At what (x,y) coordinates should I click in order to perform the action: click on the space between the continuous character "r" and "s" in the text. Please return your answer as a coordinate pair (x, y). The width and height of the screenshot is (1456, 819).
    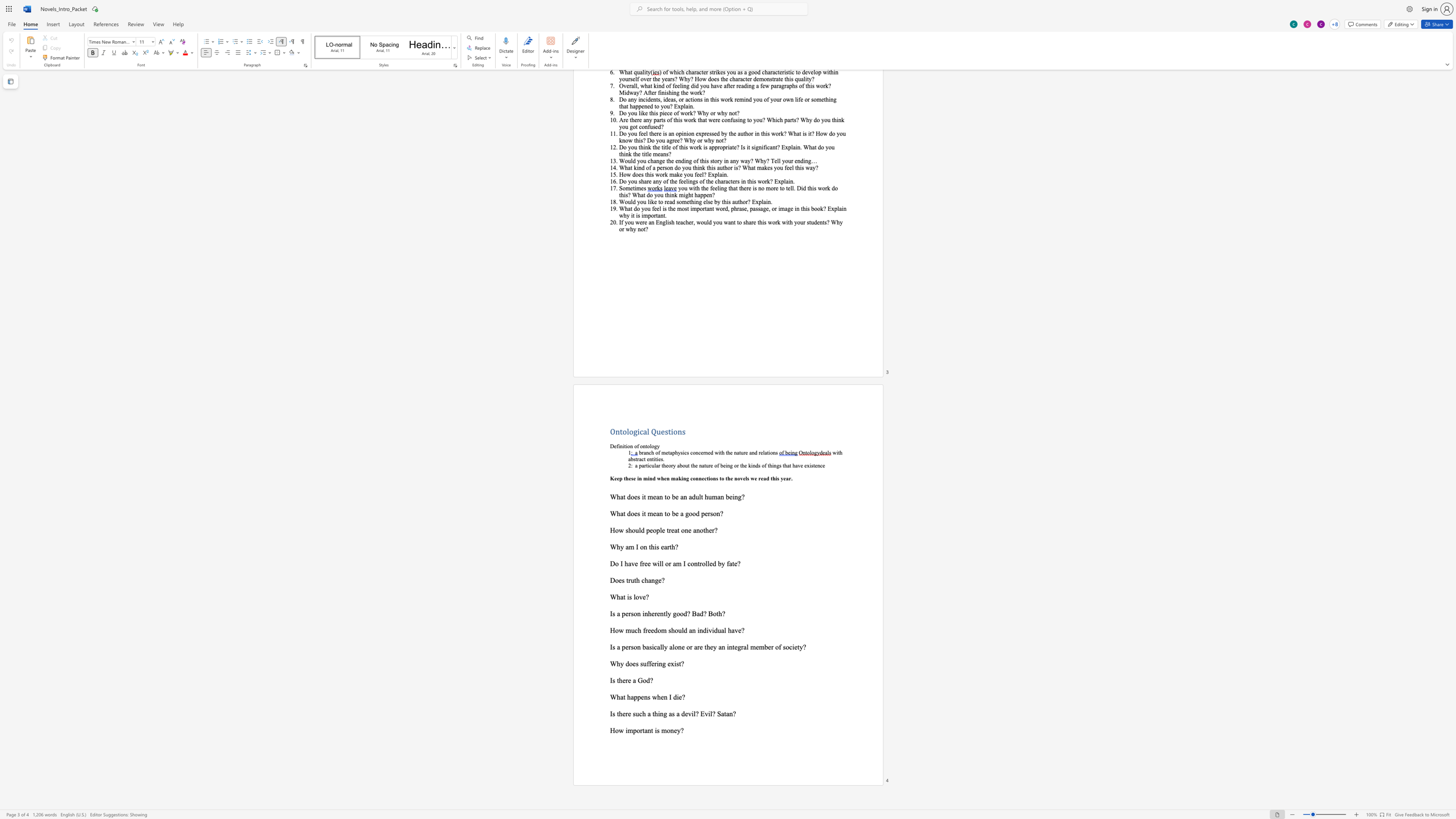
    Looking at the image, I should click on (710, 513).